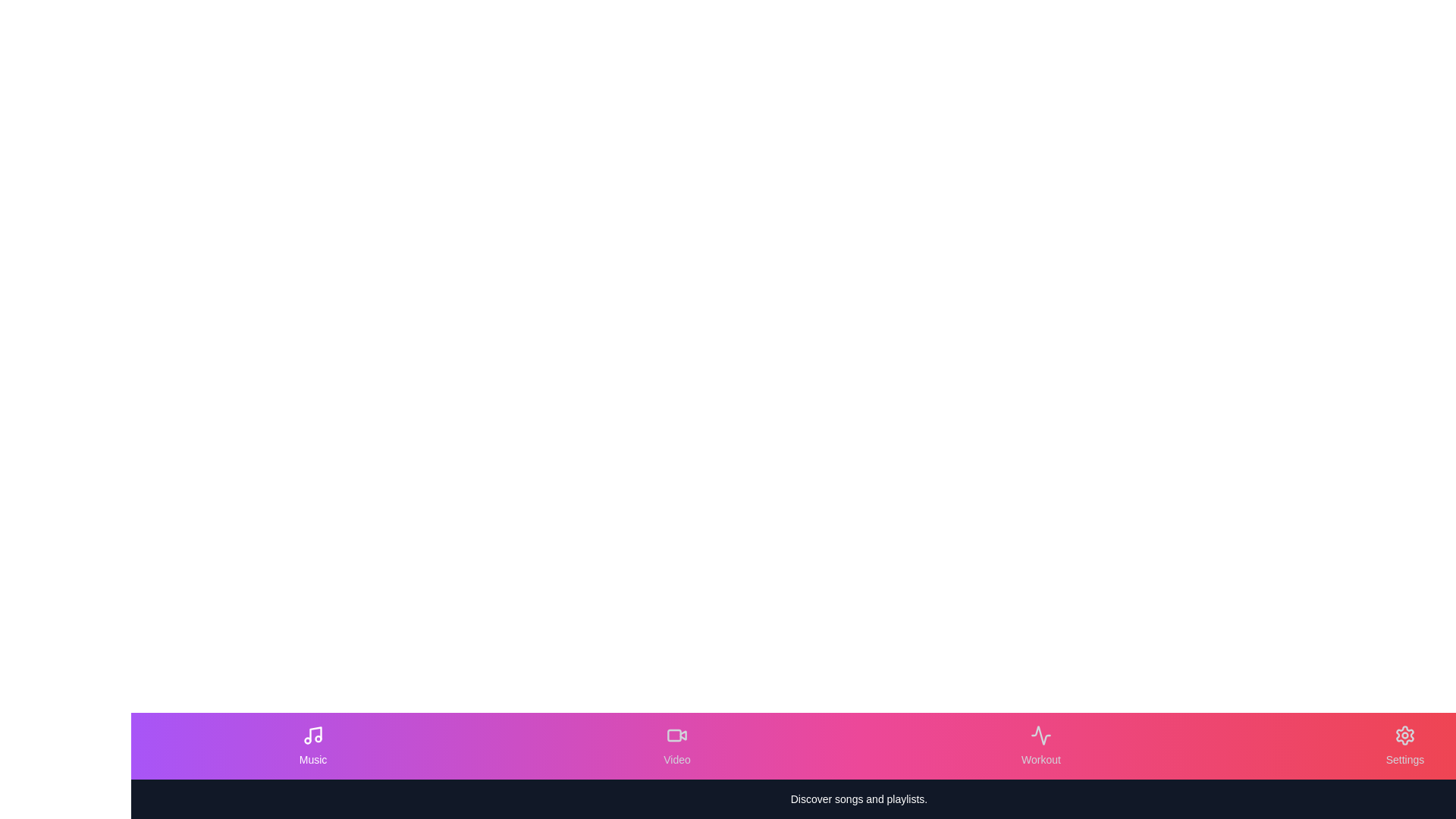  I want to click on the tooltip area to interact with it, so click(858, 798).